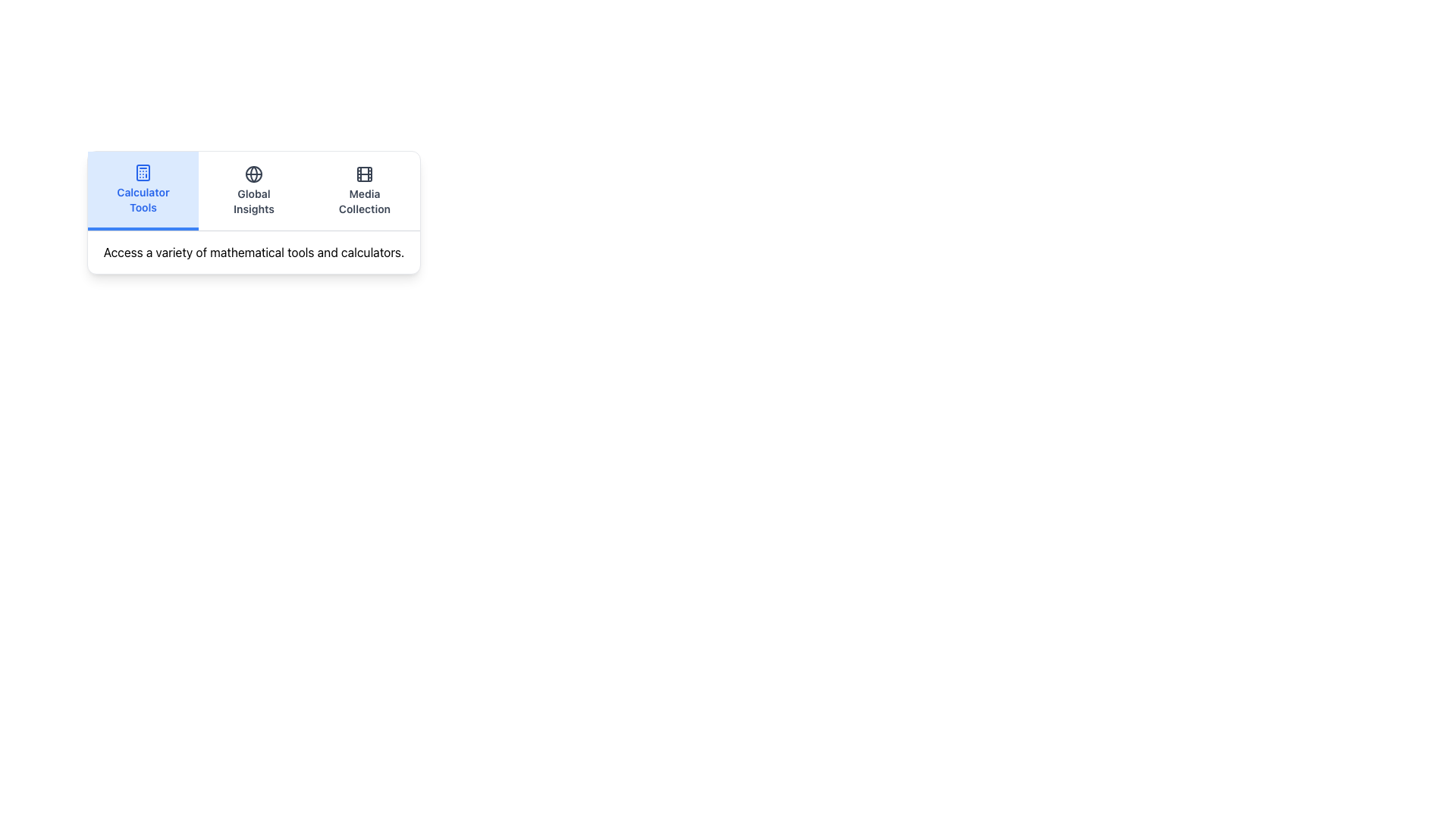 The image size is (1456, 819). I want to click on the 'Calculator Tools' button with a light blue background, so click(143, 190).